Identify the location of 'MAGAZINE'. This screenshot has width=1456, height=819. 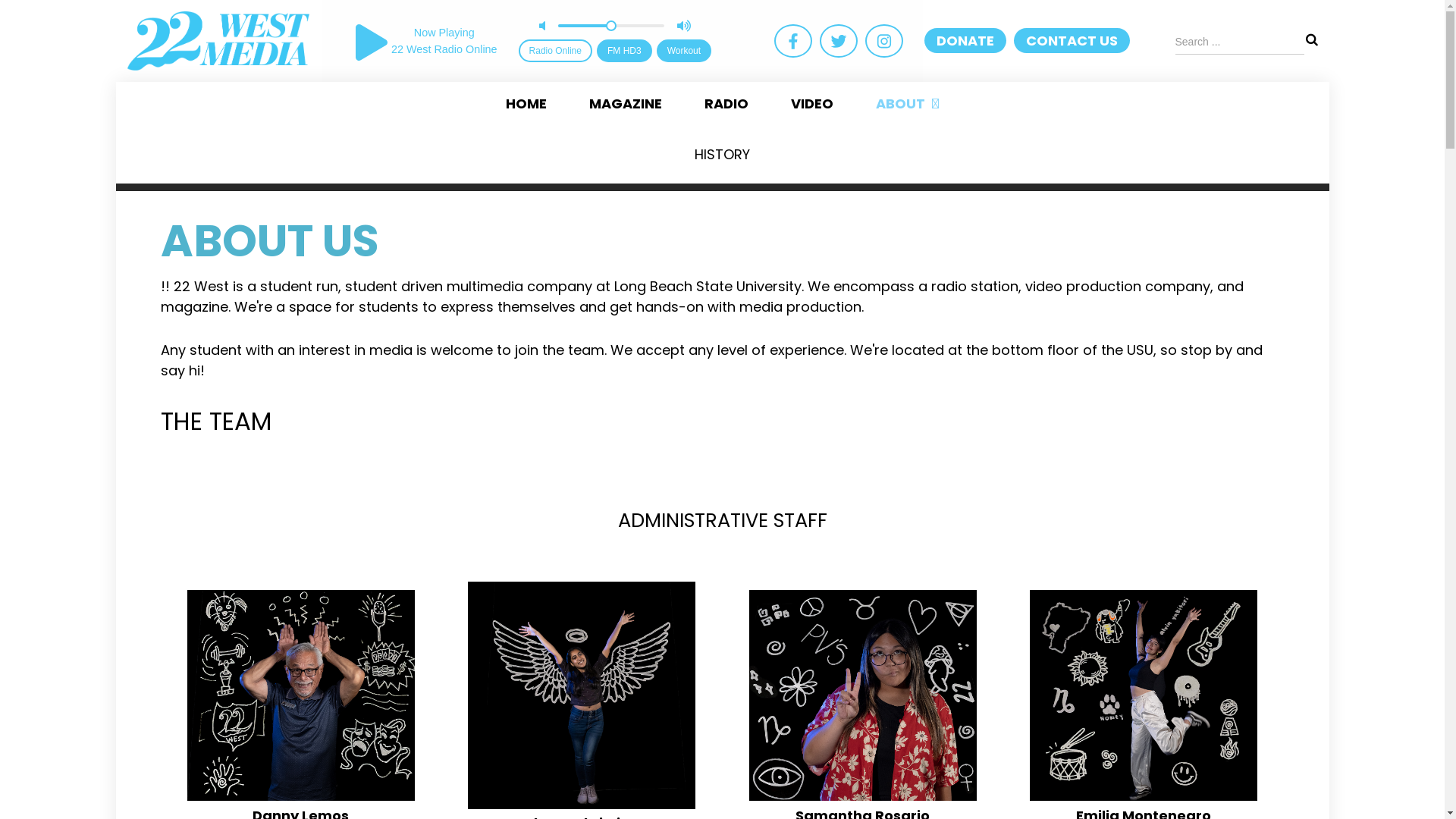
(626, 103).